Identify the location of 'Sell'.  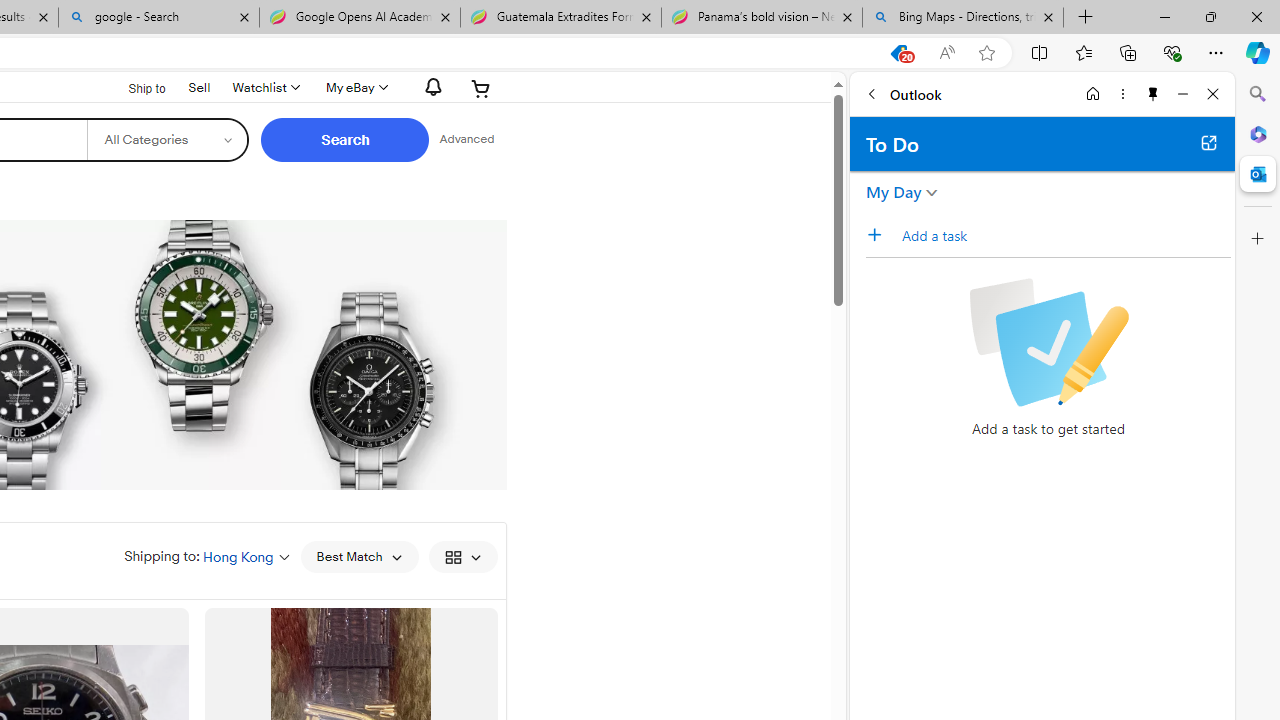
(199, 85).